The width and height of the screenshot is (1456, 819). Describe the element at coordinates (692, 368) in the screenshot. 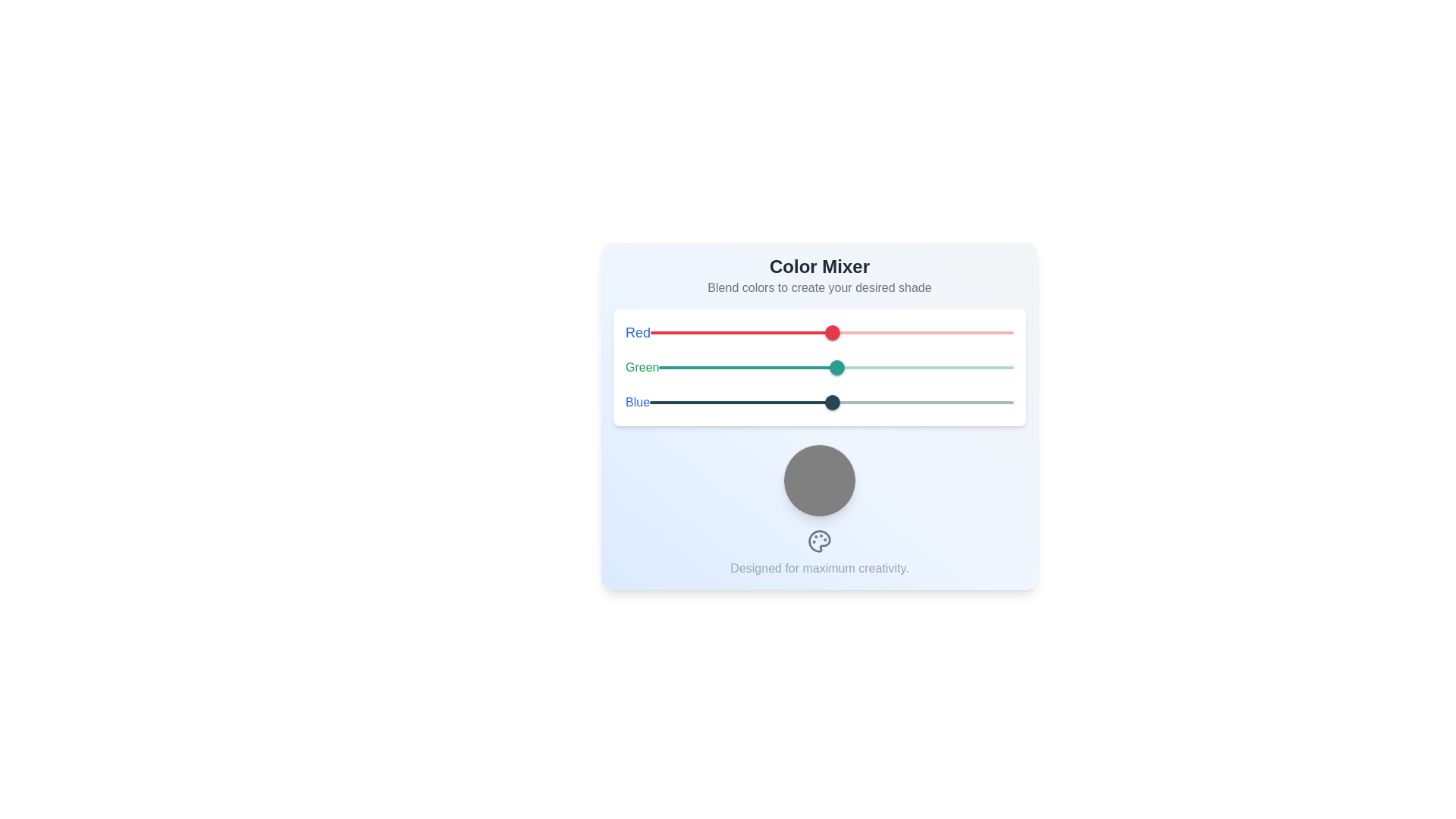

I see `the green value` at that location.